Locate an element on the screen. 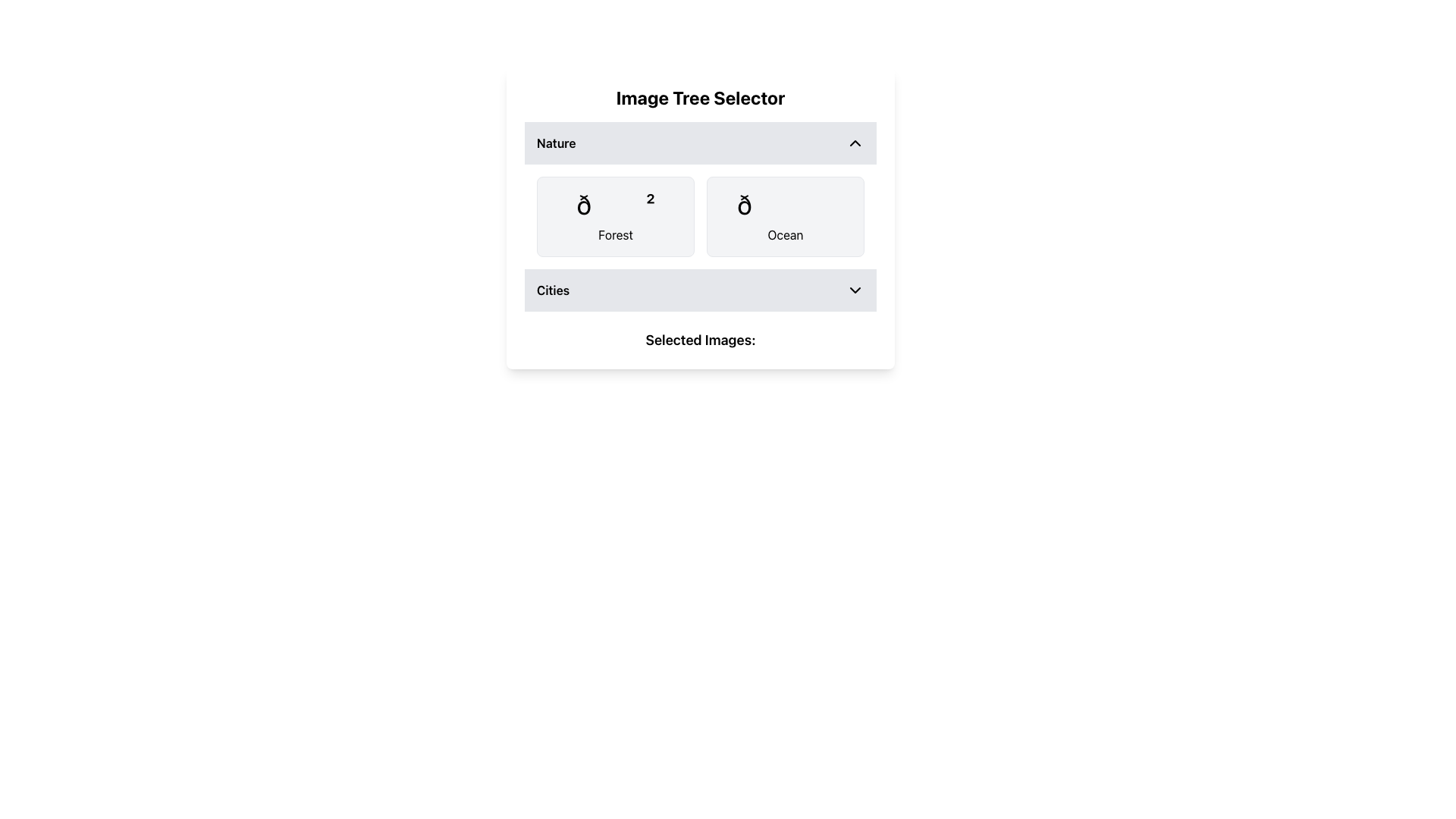  the text label that reads 'Selected Images:' which is styled with a bold font and located at the bottom of the 'Image Tree Selector' card layout, right below the 'Cities' section is located at coordinates (700, 339).